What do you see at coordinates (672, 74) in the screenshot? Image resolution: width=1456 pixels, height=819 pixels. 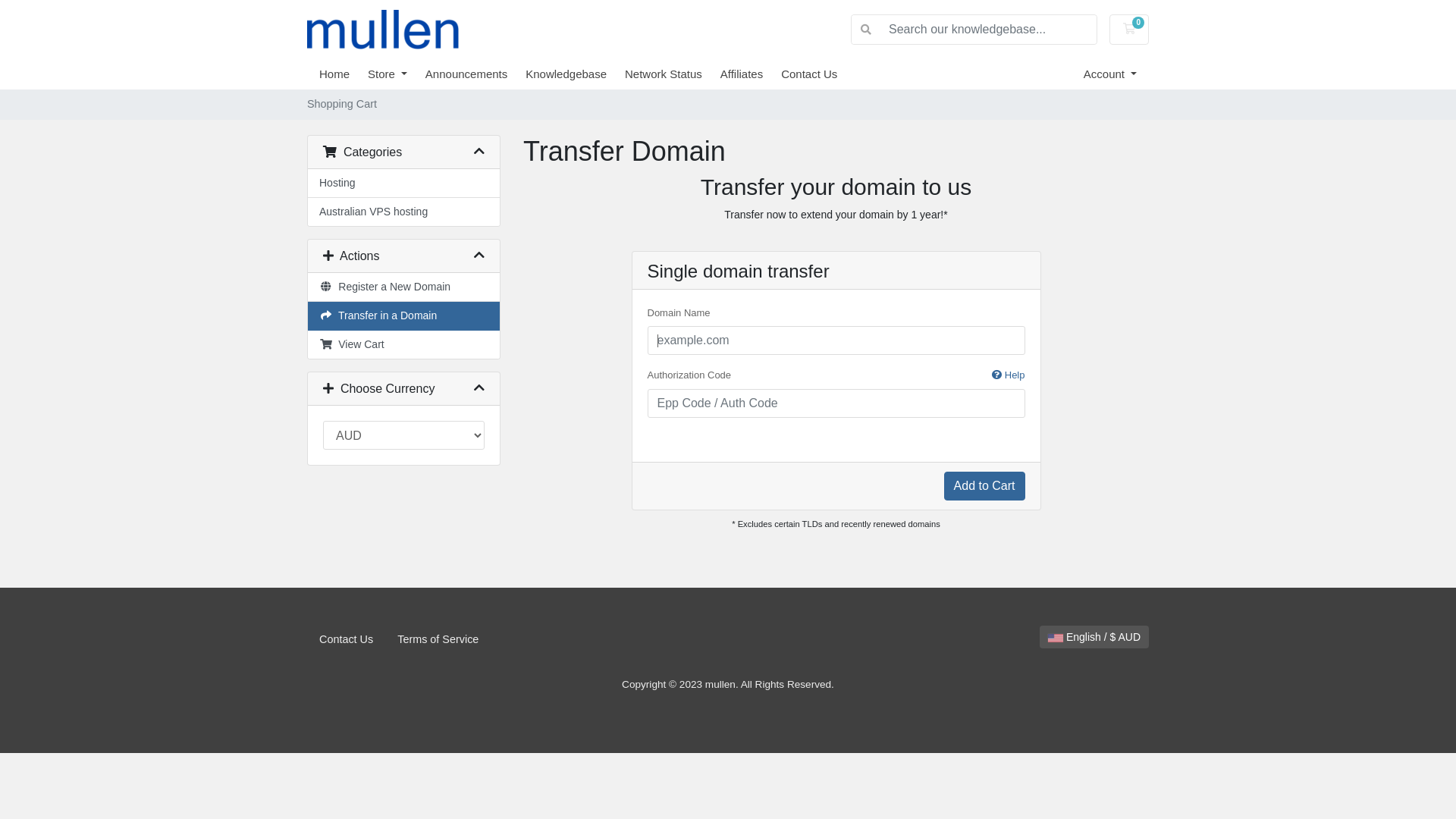 I see `'Network Status'` at bounding box center [672, 74].